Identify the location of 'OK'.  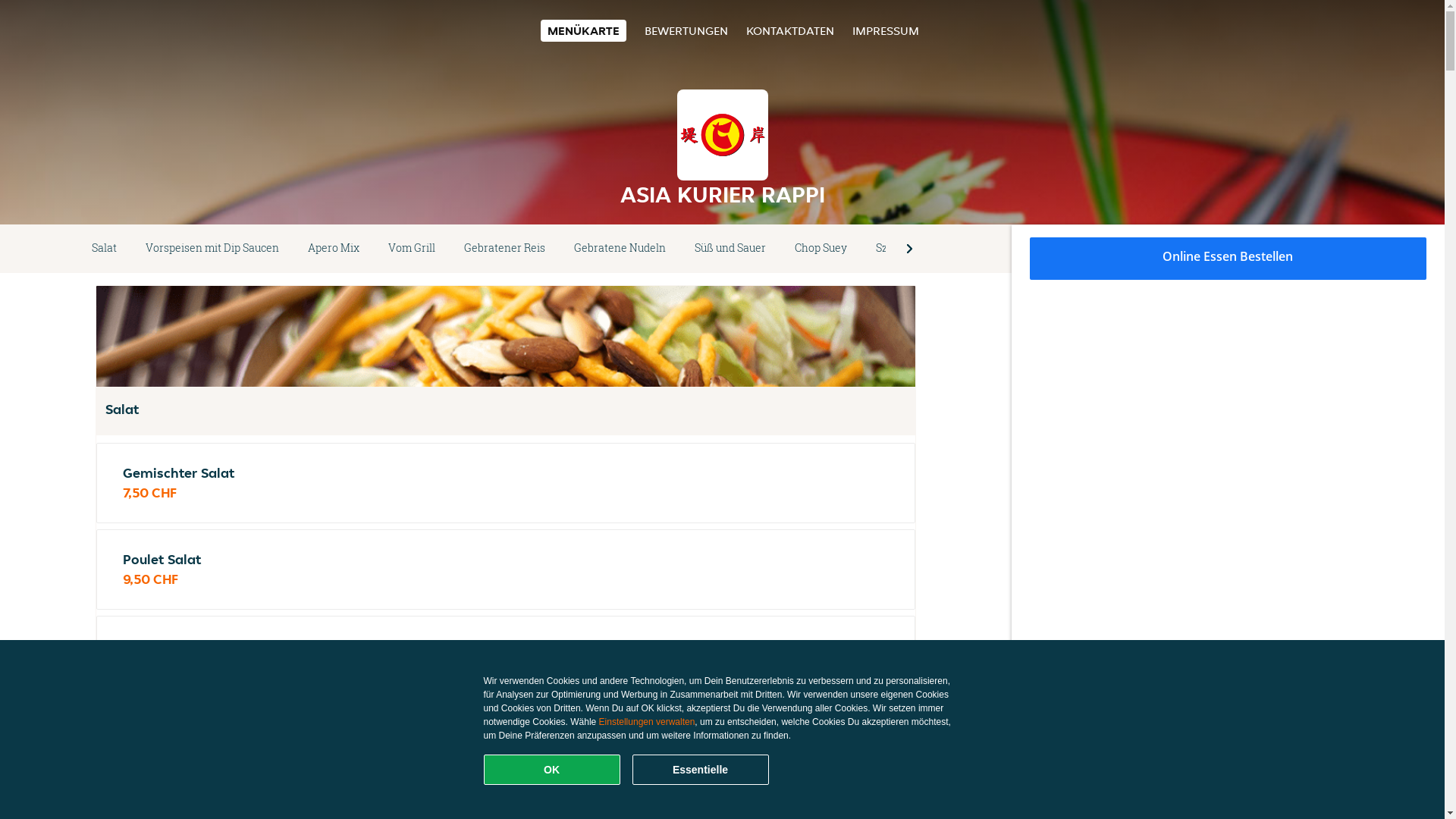
(551, 769).